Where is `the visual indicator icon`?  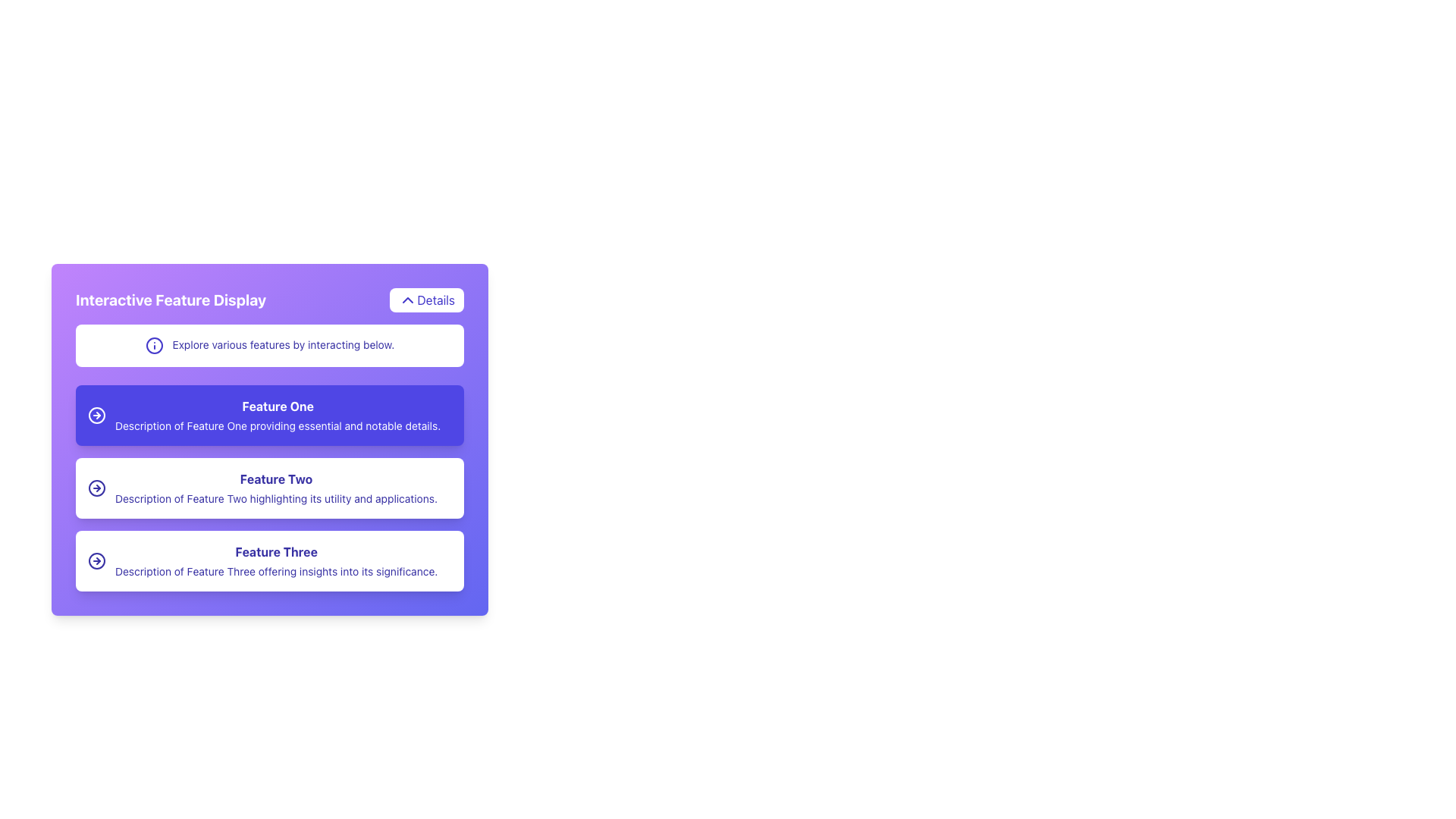
the visual indicator icon is located at coordinates (408, 300).